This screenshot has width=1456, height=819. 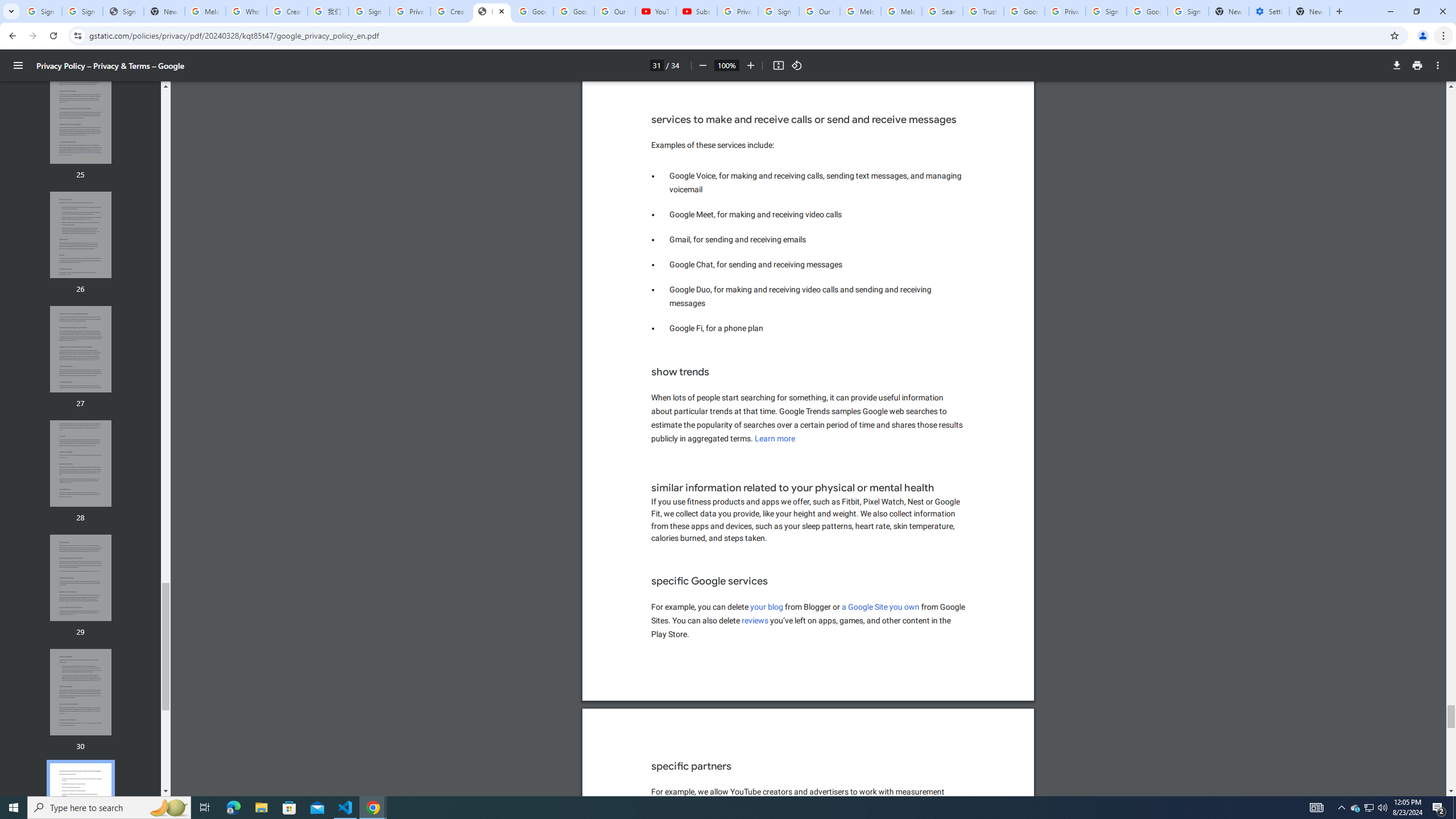 What do you see at coordinates (880, 606) in the screenshot?
I see `'a Google Site you own'` at bounding box center [880, 606].